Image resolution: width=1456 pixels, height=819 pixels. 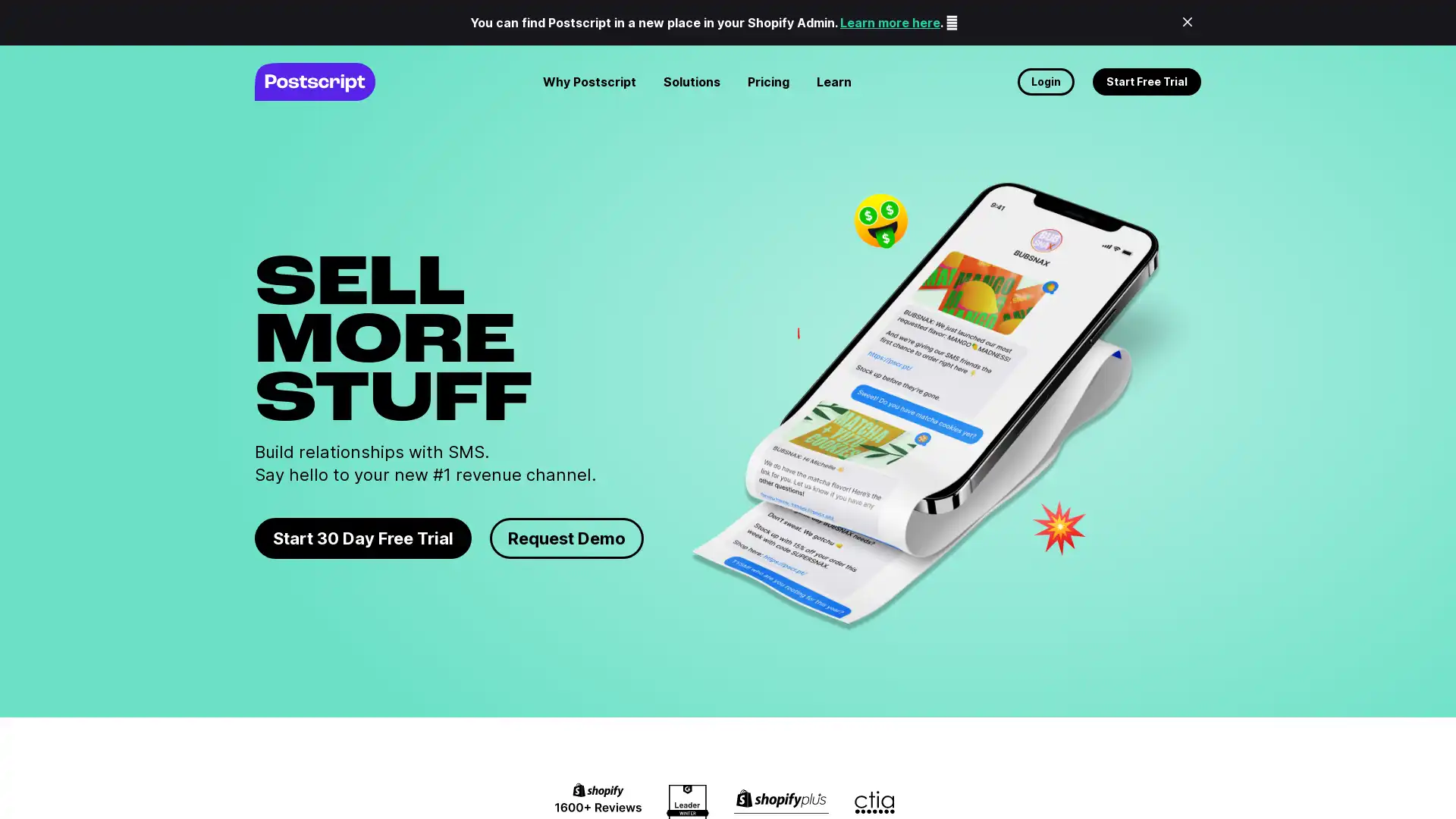 What do you see at coordinates (1314, 795) in the screenshot?
I see `No thanks, maybe later.` at bounding box center [1314, 795].